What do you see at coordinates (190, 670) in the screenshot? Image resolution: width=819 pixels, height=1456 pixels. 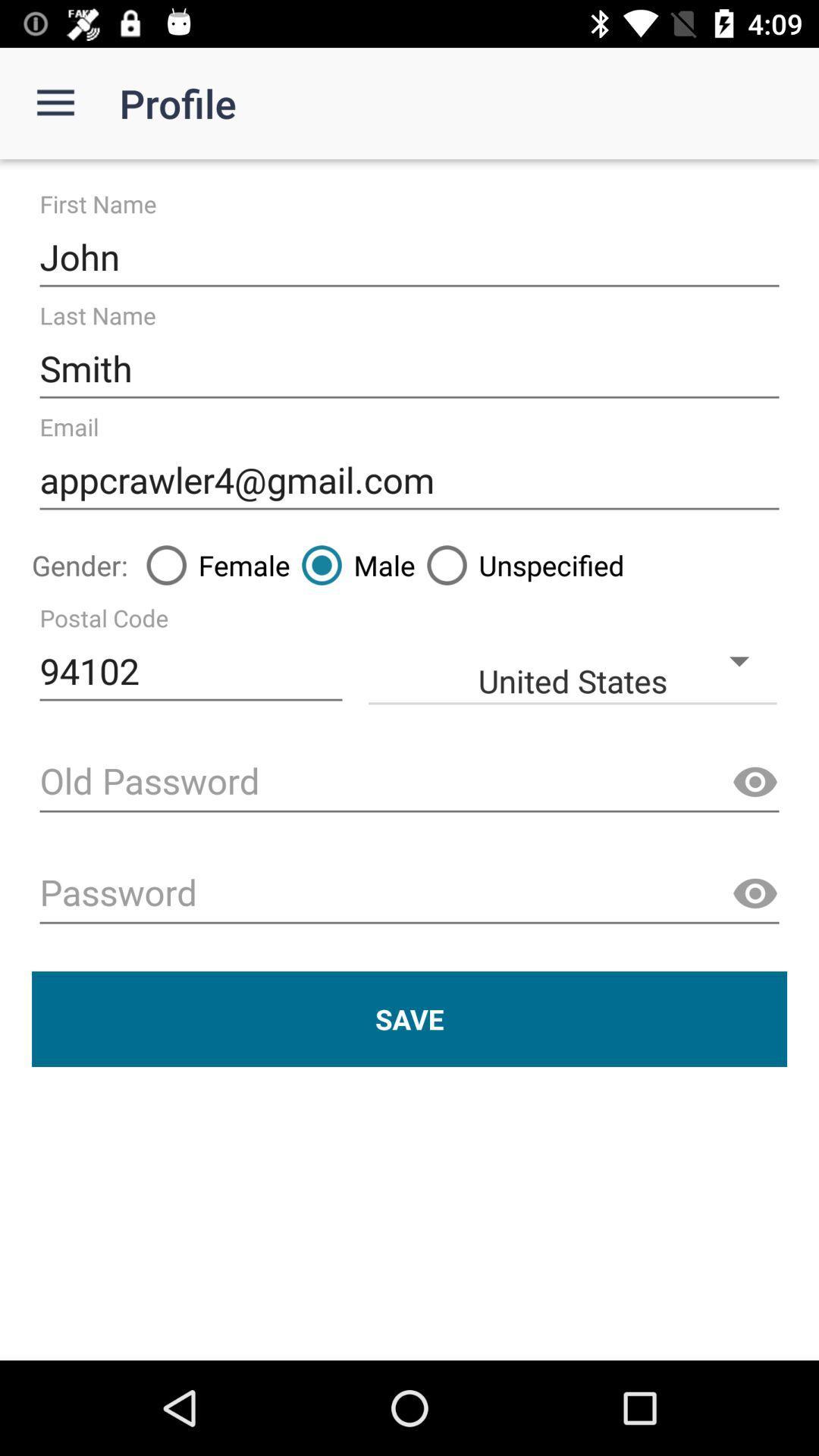 I see `the item next to united states icon` at bounding box center [190, 670].